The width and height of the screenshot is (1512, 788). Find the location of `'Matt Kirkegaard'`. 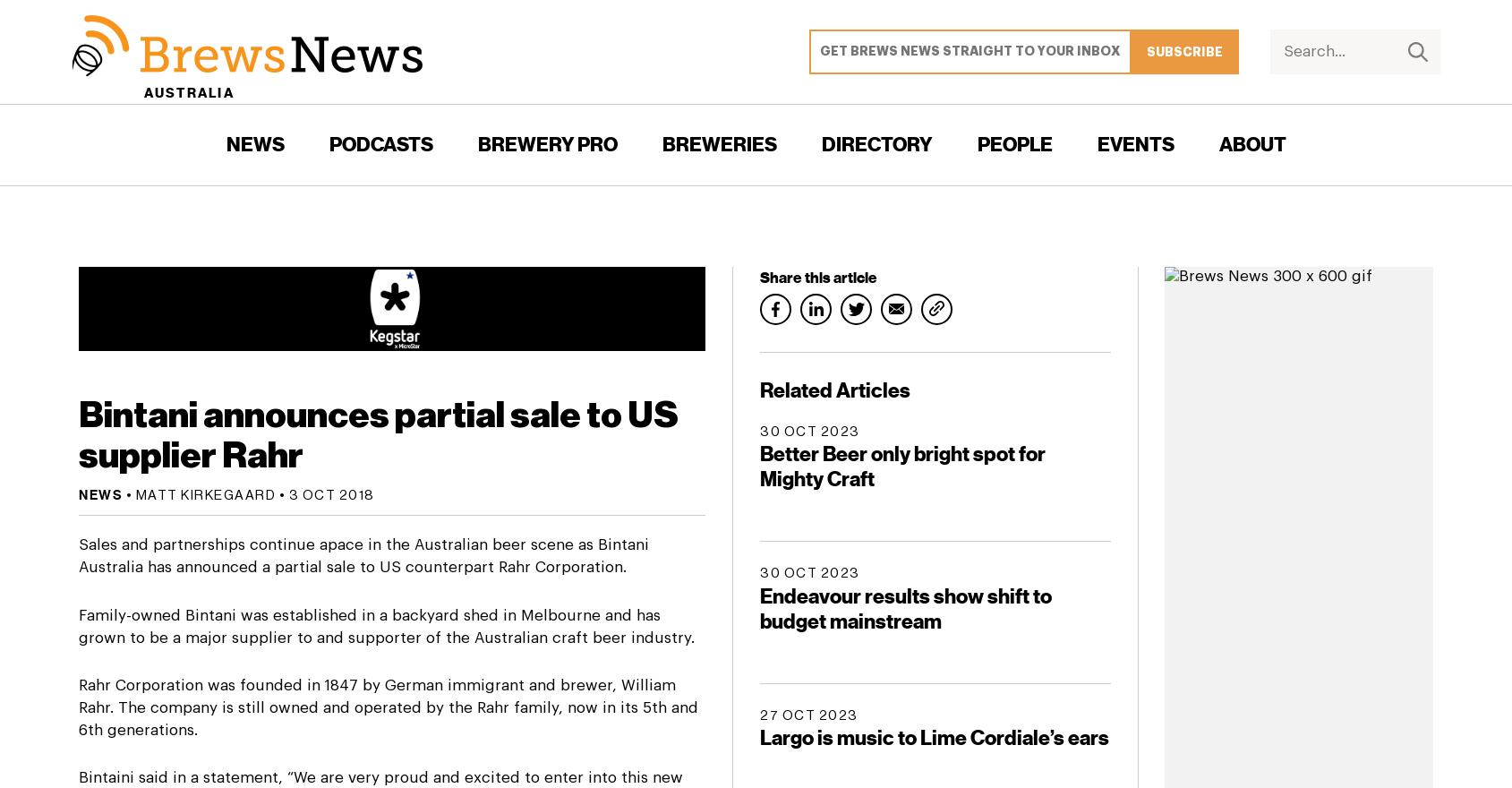

'Matt Kirkegaard' is located at coordinates (204, 494).